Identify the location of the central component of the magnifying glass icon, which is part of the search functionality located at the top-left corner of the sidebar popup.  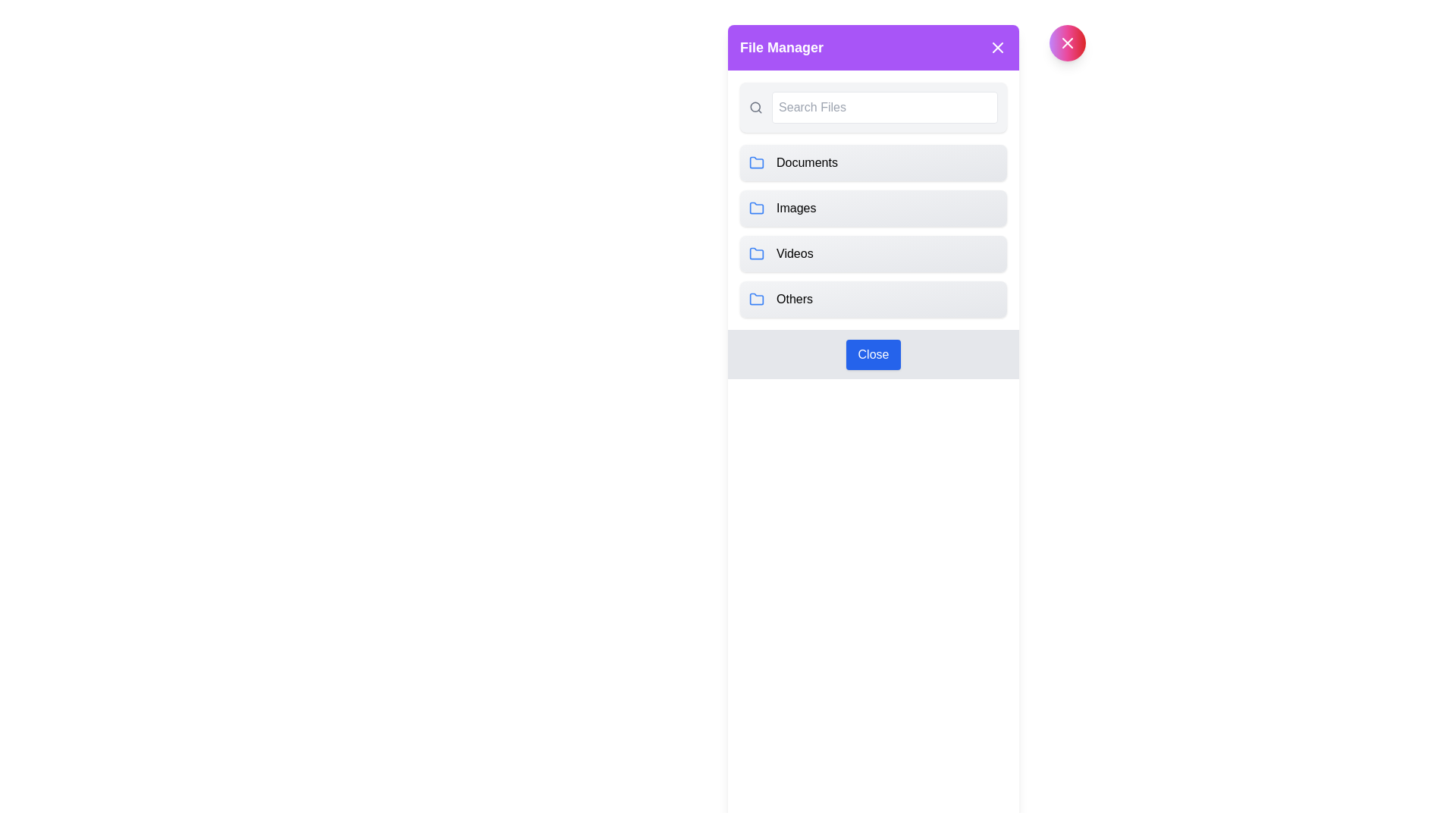
(755, 106).